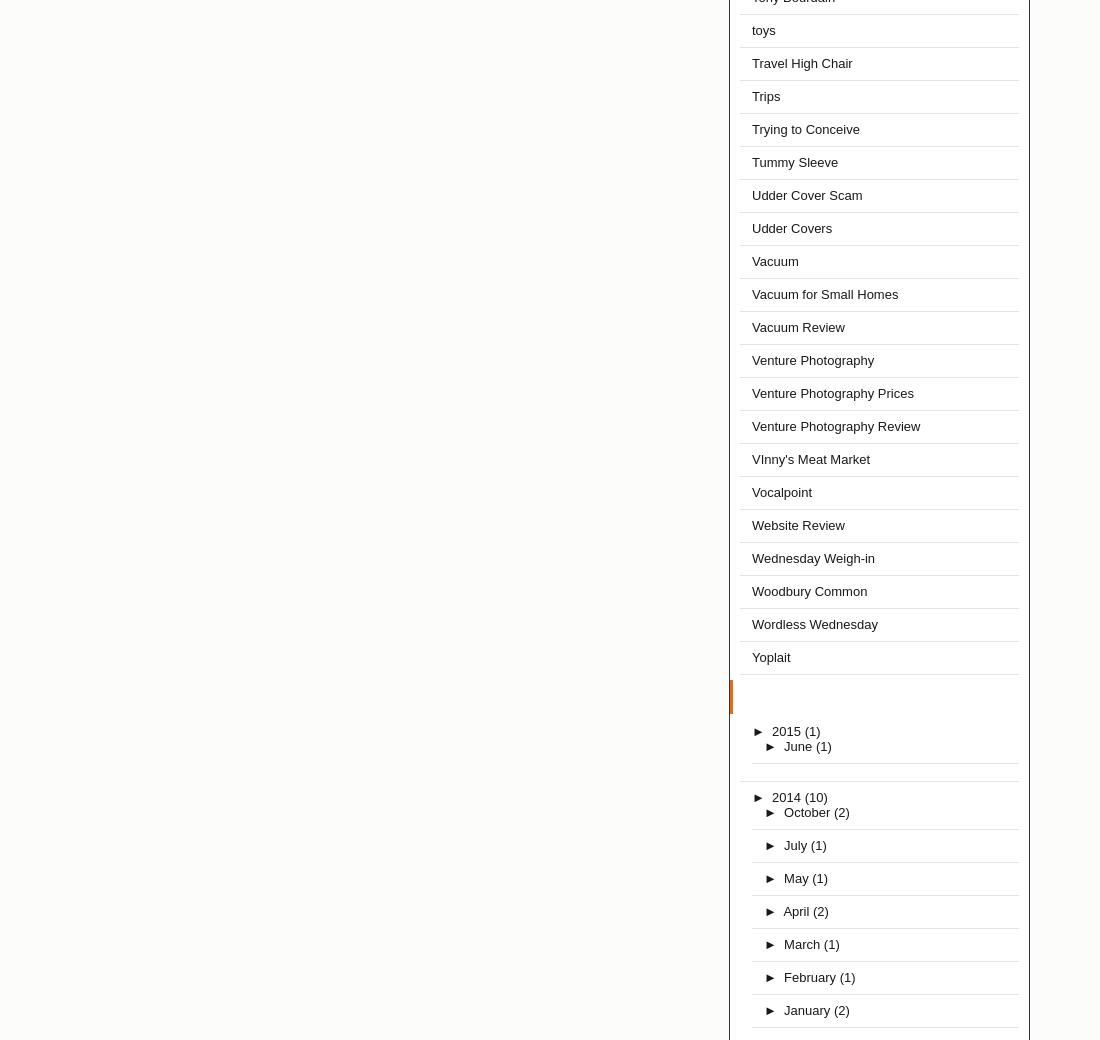 The width and height of the screenshot is (1100, 1040). What do you see at coordinates (803, 944) in the screenshot?
I see `'March'` at bounding box center [803, 944].